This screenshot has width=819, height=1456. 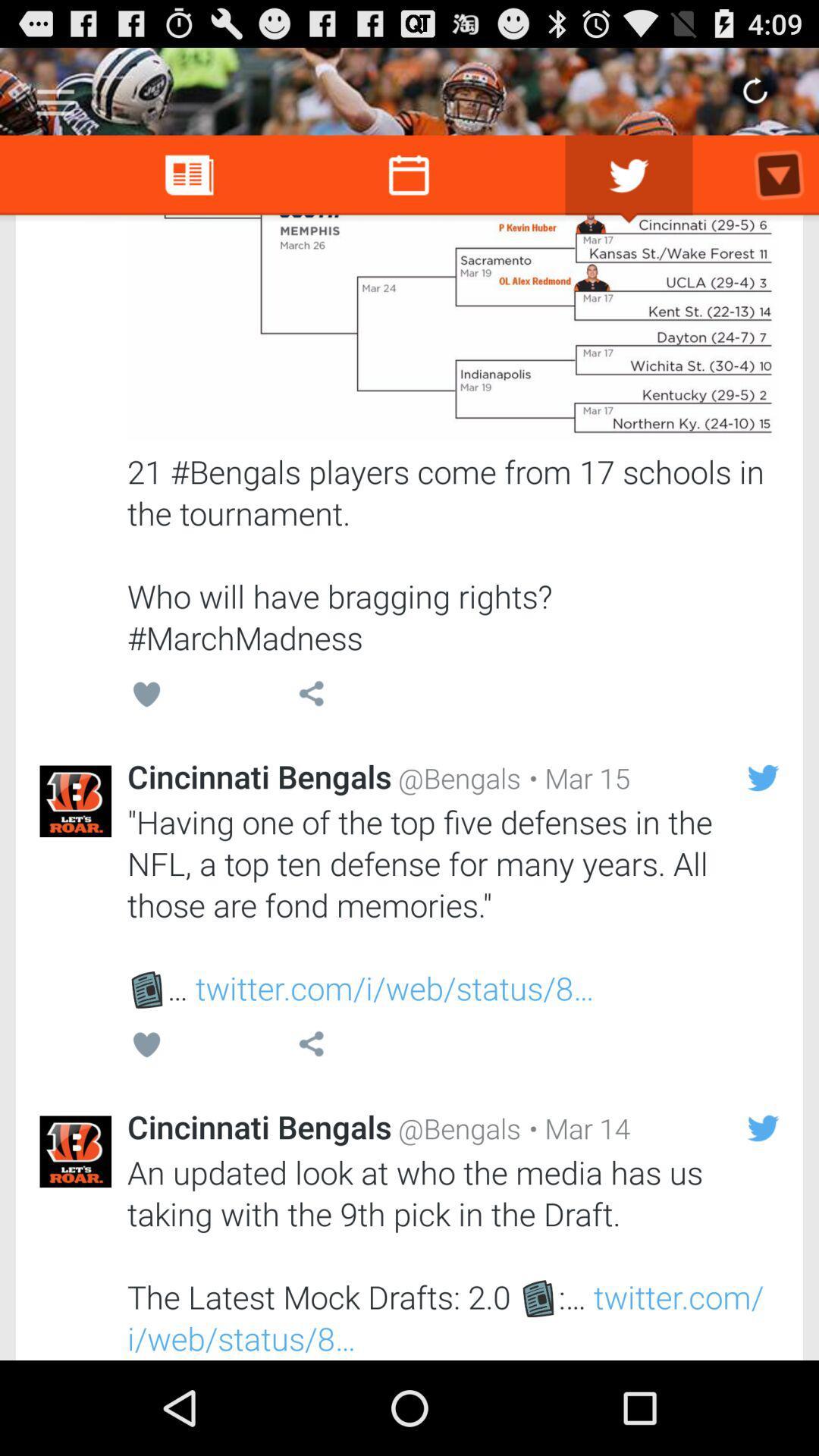 I want to click on icon next to the @bengals item, so click(x=576, y=778).